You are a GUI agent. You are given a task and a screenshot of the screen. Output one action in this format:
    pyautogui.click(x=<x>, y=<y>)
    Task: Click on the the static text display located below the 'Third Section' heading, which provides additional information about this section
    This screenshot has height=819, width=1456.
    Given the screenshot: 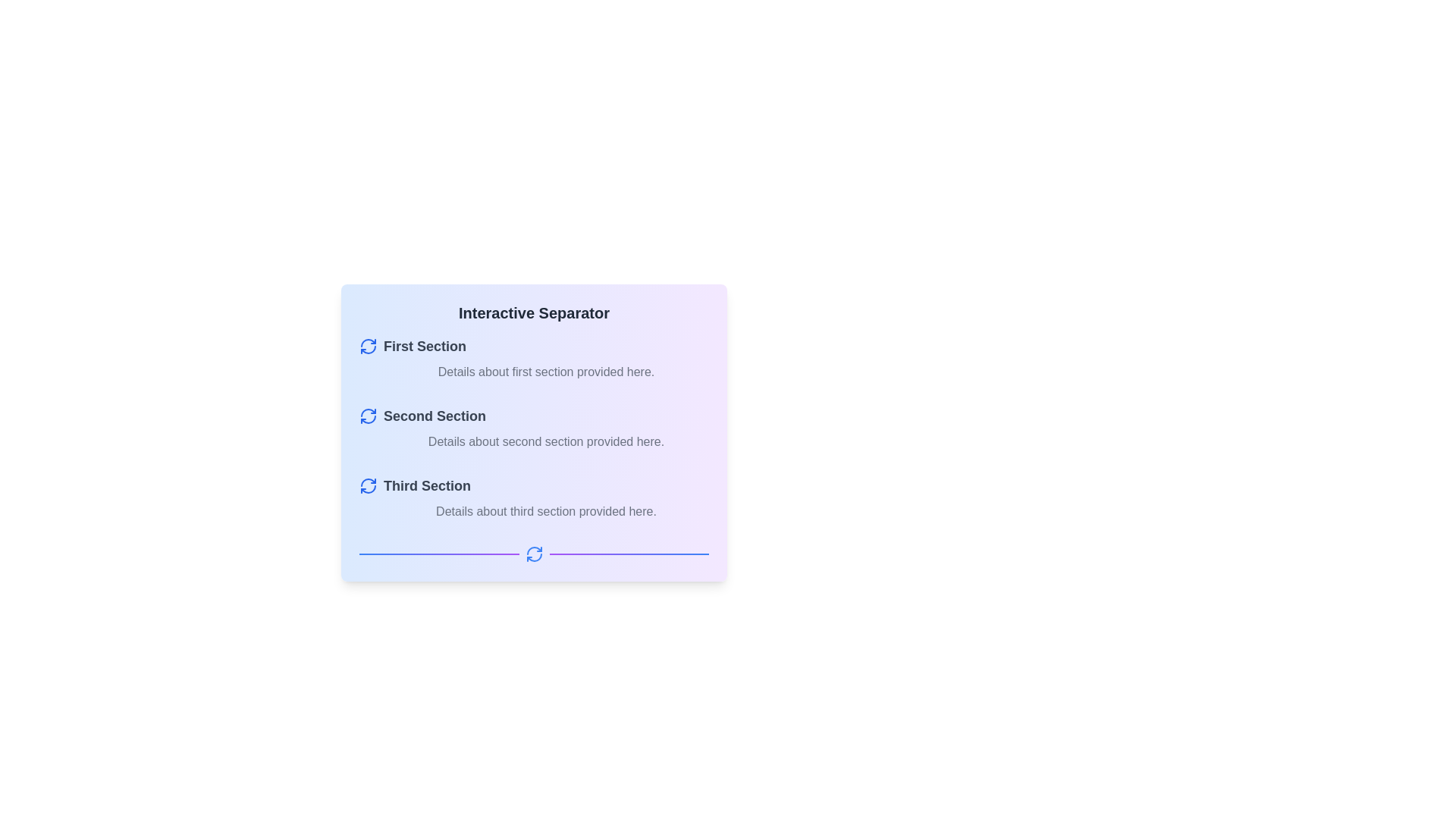 What is the action you would take?
    pyautogui.click(x=546, y=512)
    